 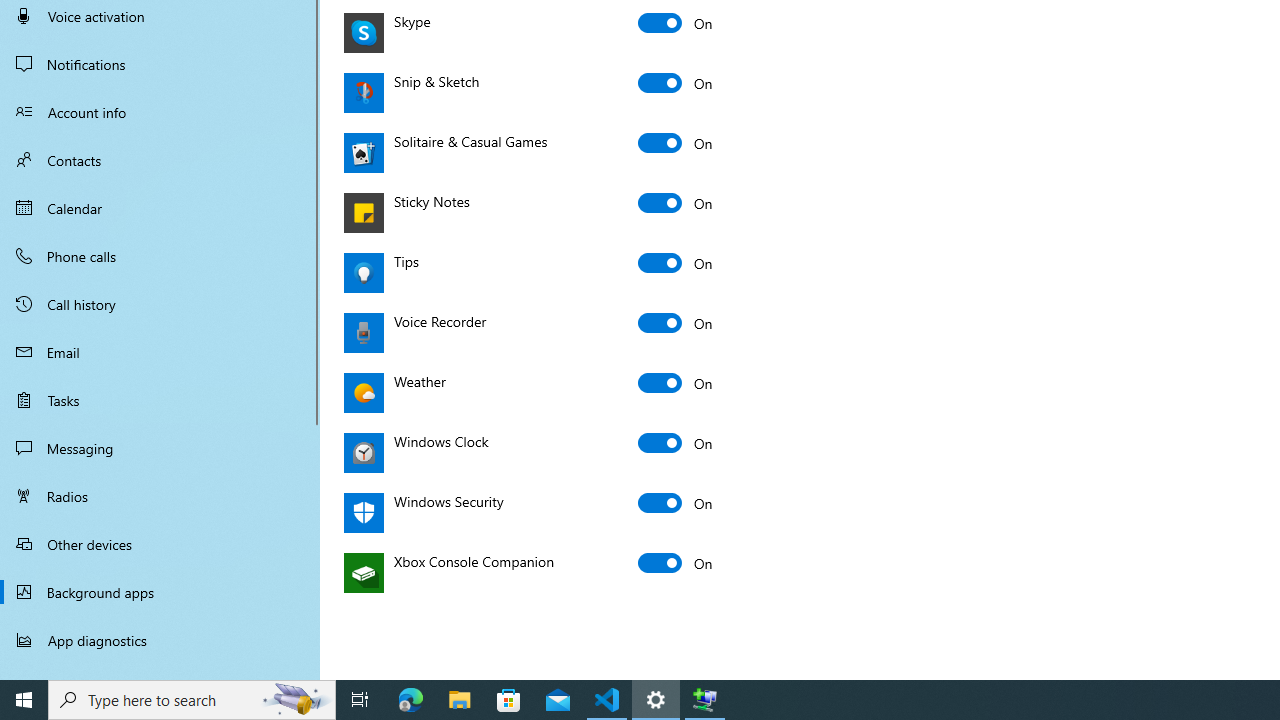 What do you see at coordinates (656, 698) in the screenshot?
I see `'Settings - 1 running window'` at bounding box center [656, 698].